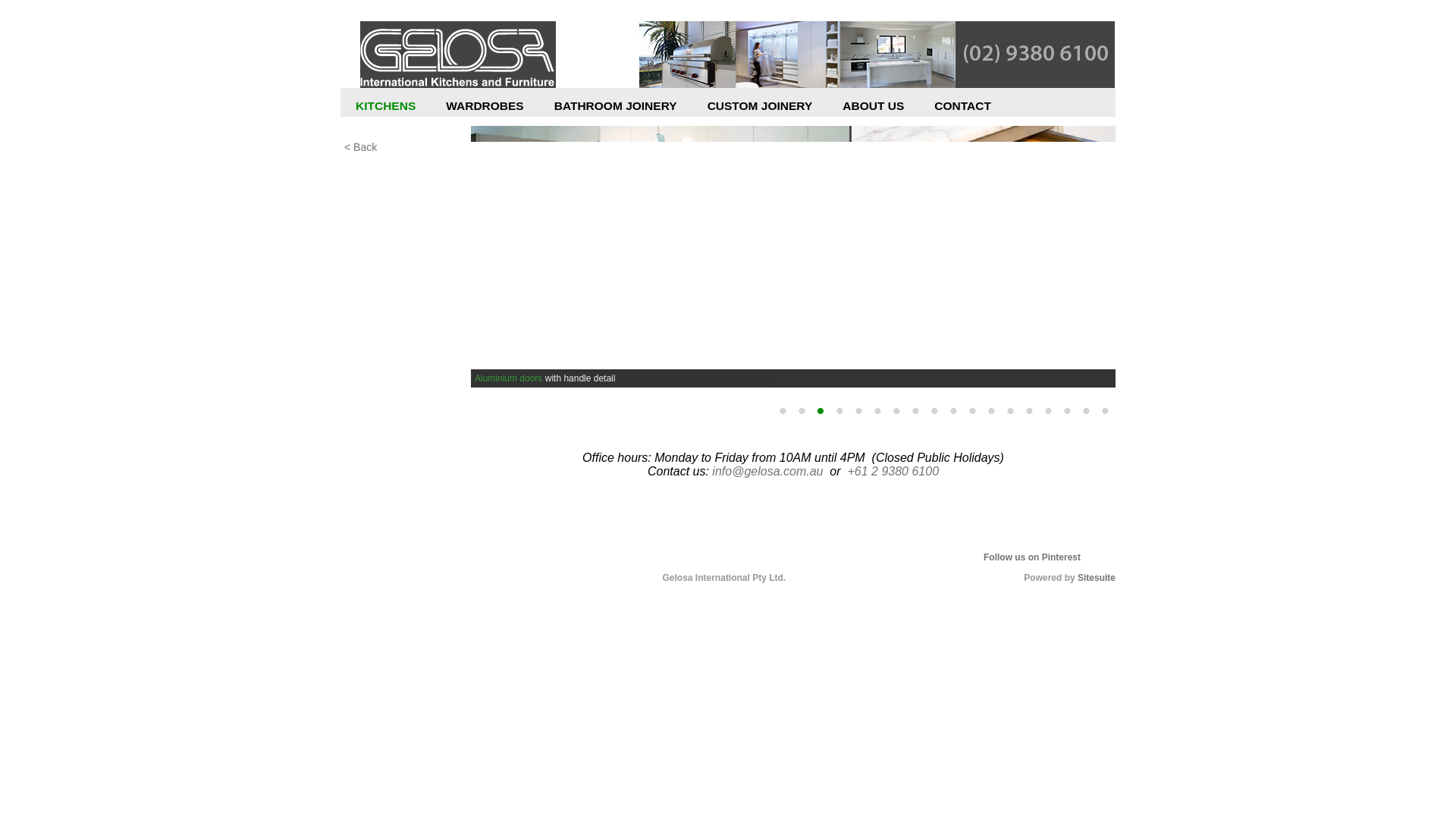  What do you see at coordinates (858, 411) in the screenshot?
I see `'5'` at bounding box center [858, 411].